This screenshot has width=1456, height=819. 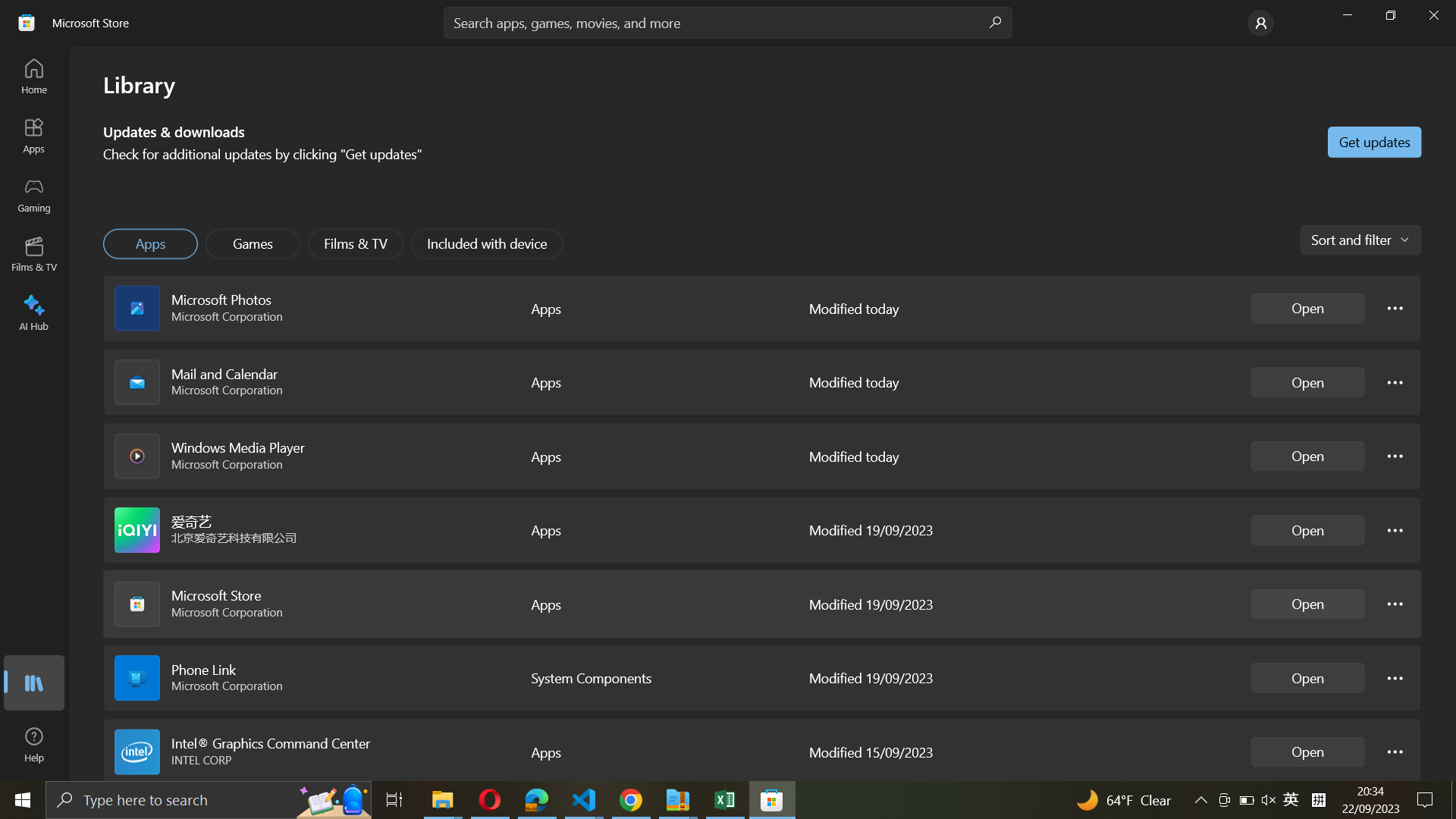 I want to click on Activate Windows Media Player, so click(x=1307, y=454).